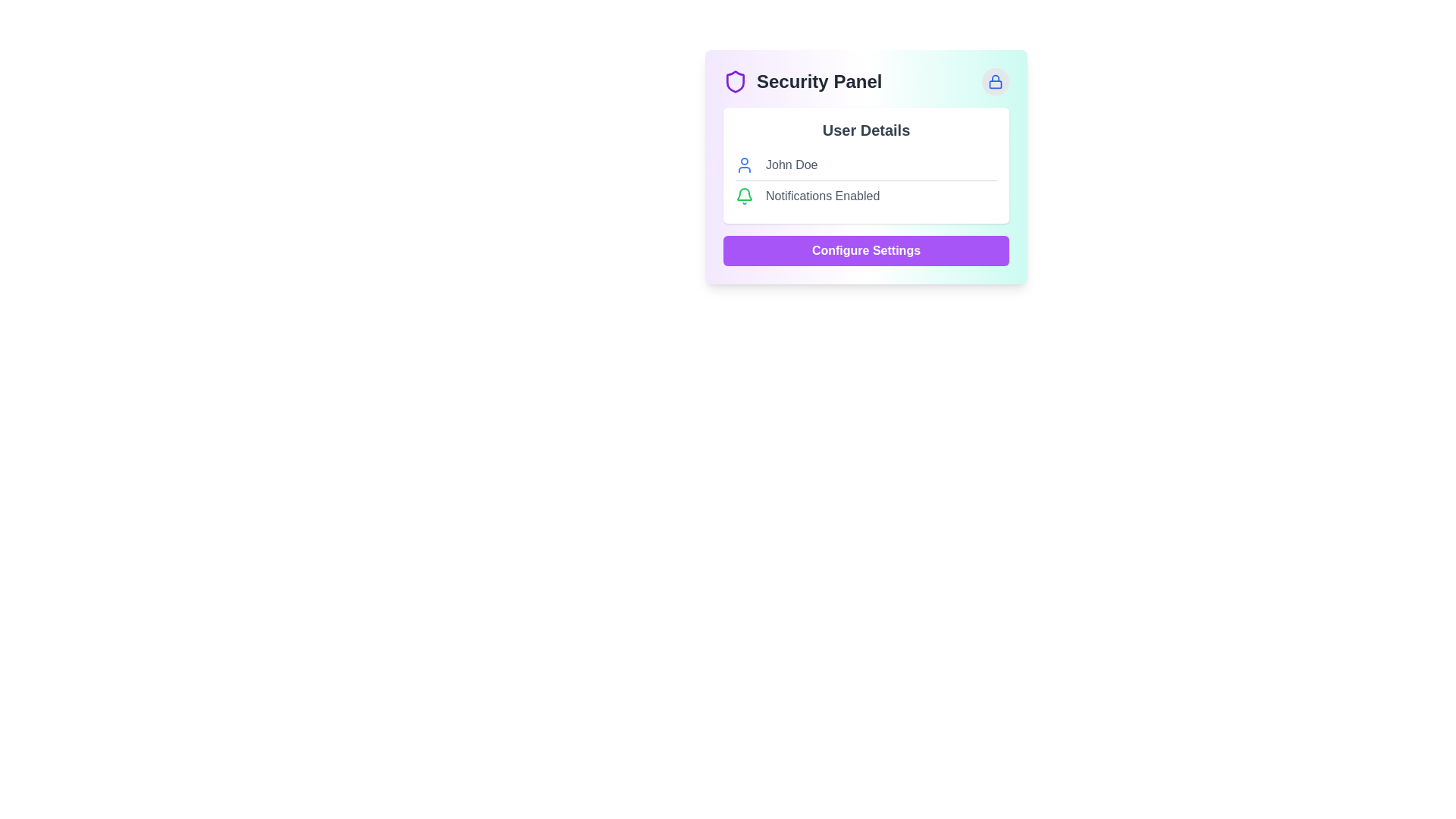  I want to click on the static text label displaying the user's name, located in the user details section of the security panel, to the right of the user icon and above the notification settings row, so click(791, 165).